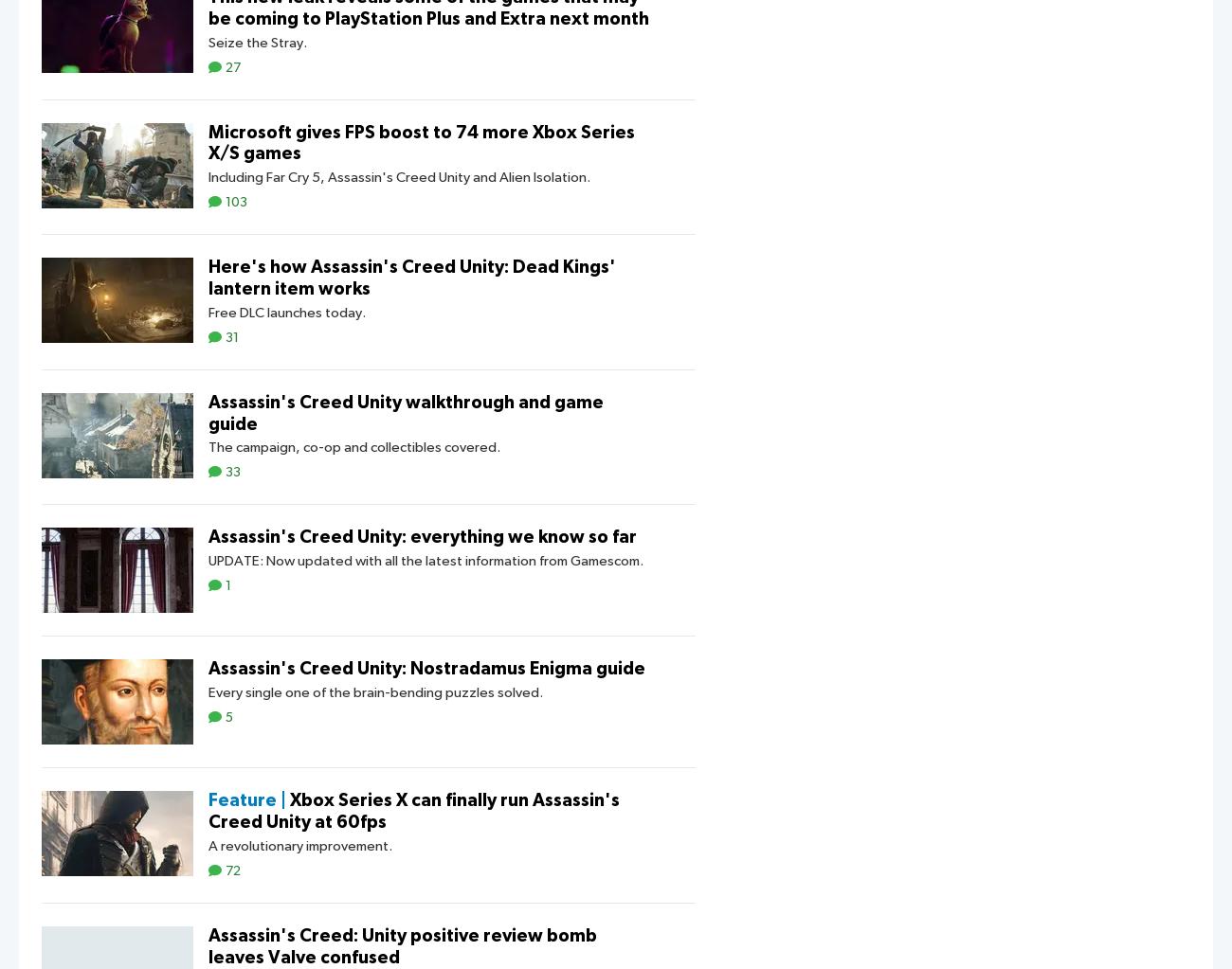 This screenshot has height=969, width=1232. What do you see at coordinates (299, 846) in the screenshot?
I see `'A revolutionary improvement.'` at bounding box center [299, 846].